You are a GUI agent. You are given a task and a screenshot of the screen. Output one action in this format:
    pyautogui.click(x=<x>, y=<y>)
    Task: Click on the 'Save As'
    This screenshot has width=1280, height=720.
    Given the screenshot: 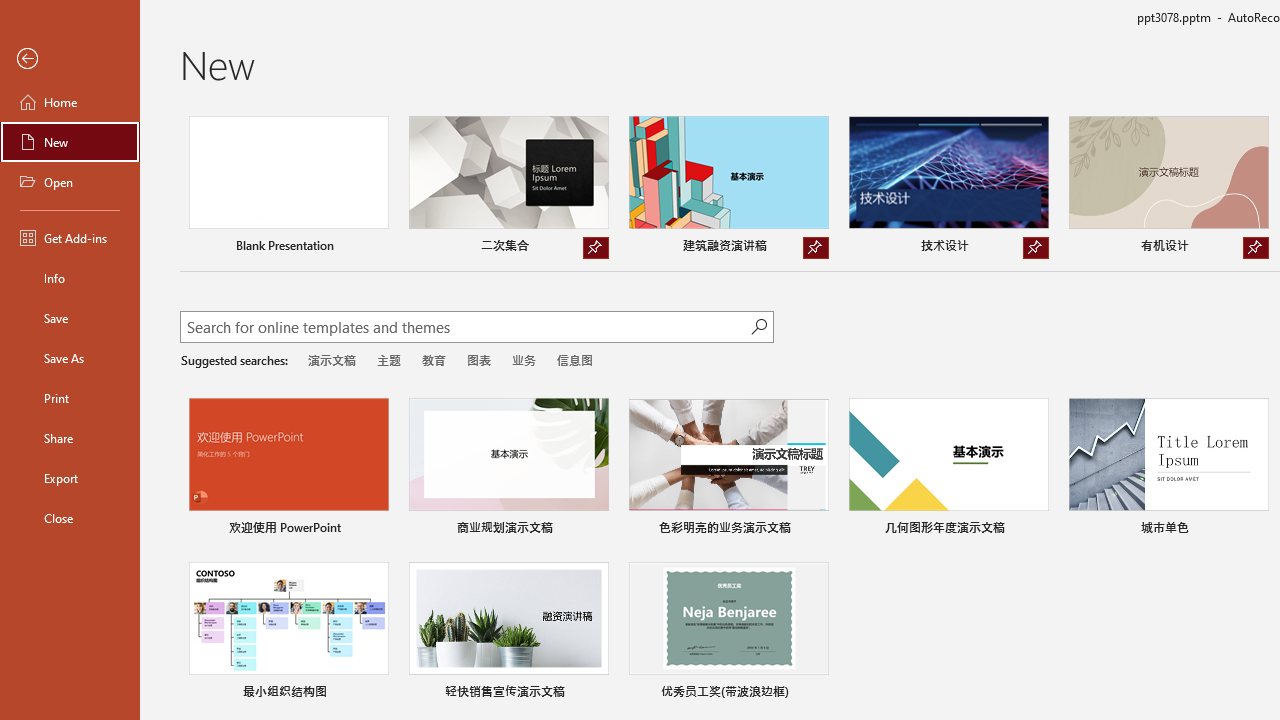 What is the action you would take?
    pyautogui.click(x=69, y=356)
    